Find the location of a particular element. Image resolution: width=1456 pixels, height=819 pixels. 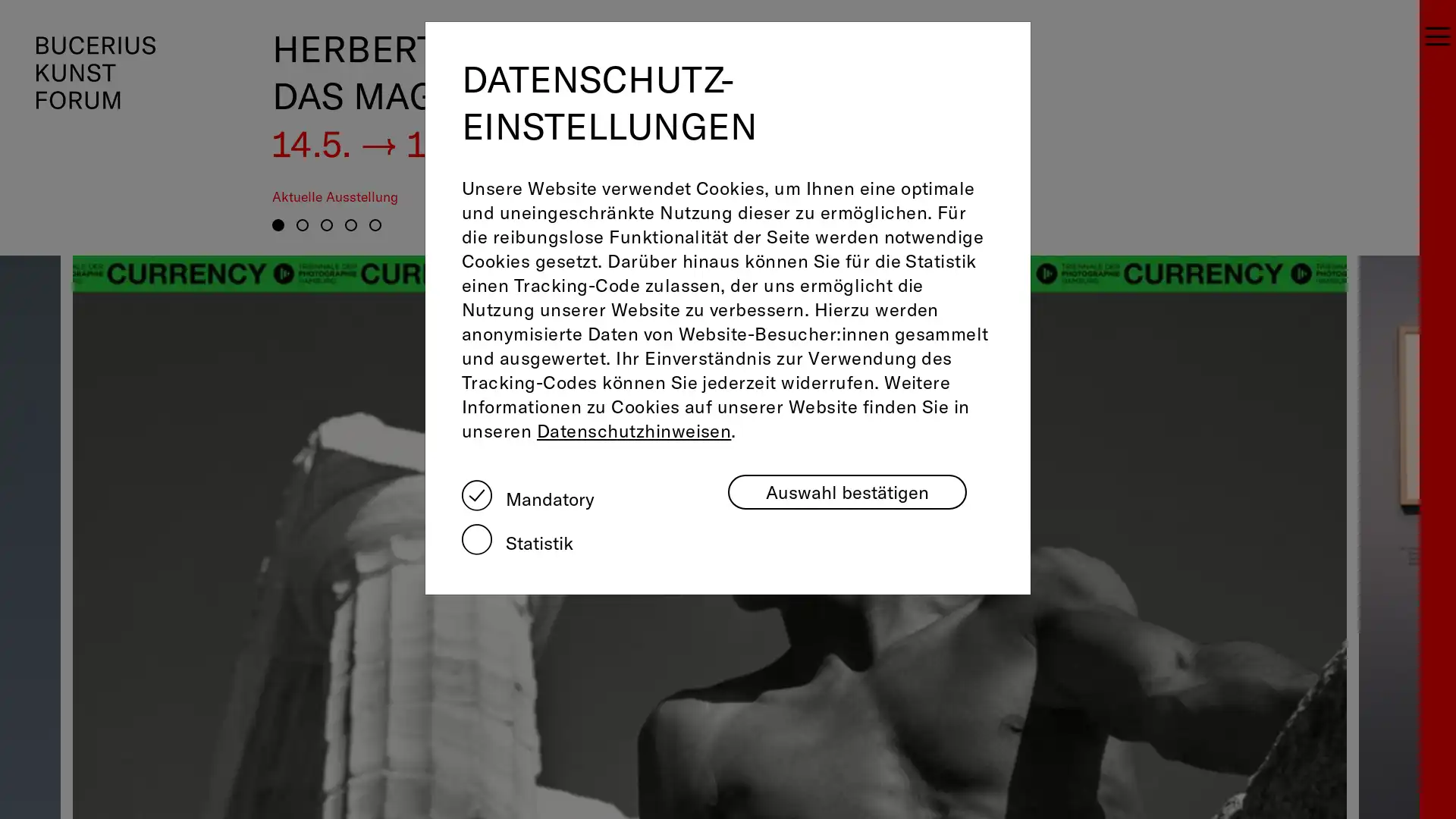

Auswahl bestatigen is located at coordinates (846, 491).